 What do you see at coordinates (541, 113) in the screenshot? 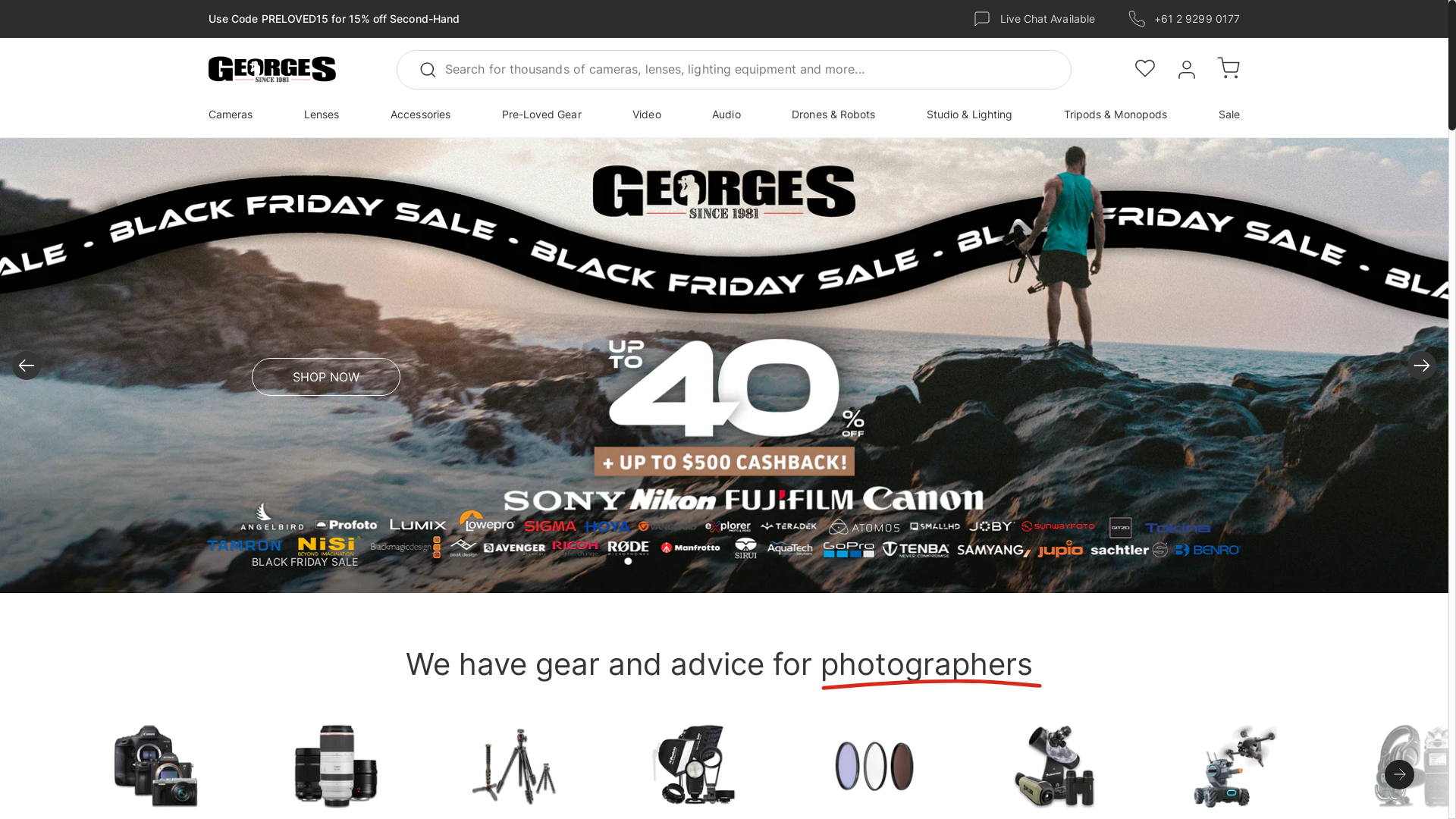
I see `'Pre-Loved Gear'` at bounding box center [541, 113].